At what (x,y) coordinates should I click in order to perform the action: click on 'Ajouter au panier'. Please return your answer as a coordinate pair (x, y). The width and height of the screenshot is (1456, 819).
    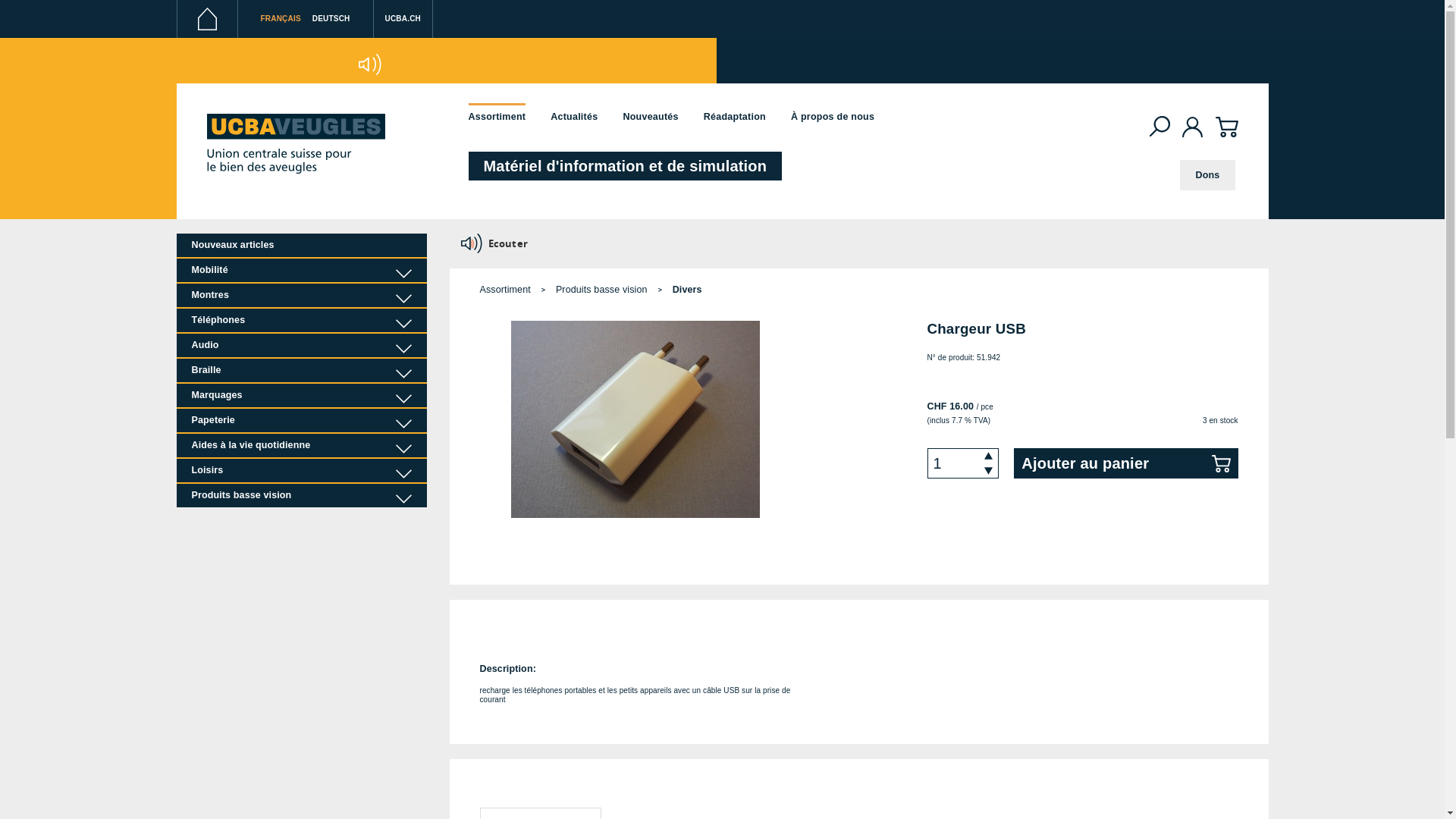
    Looking at the image, I should click on (1125, 462).